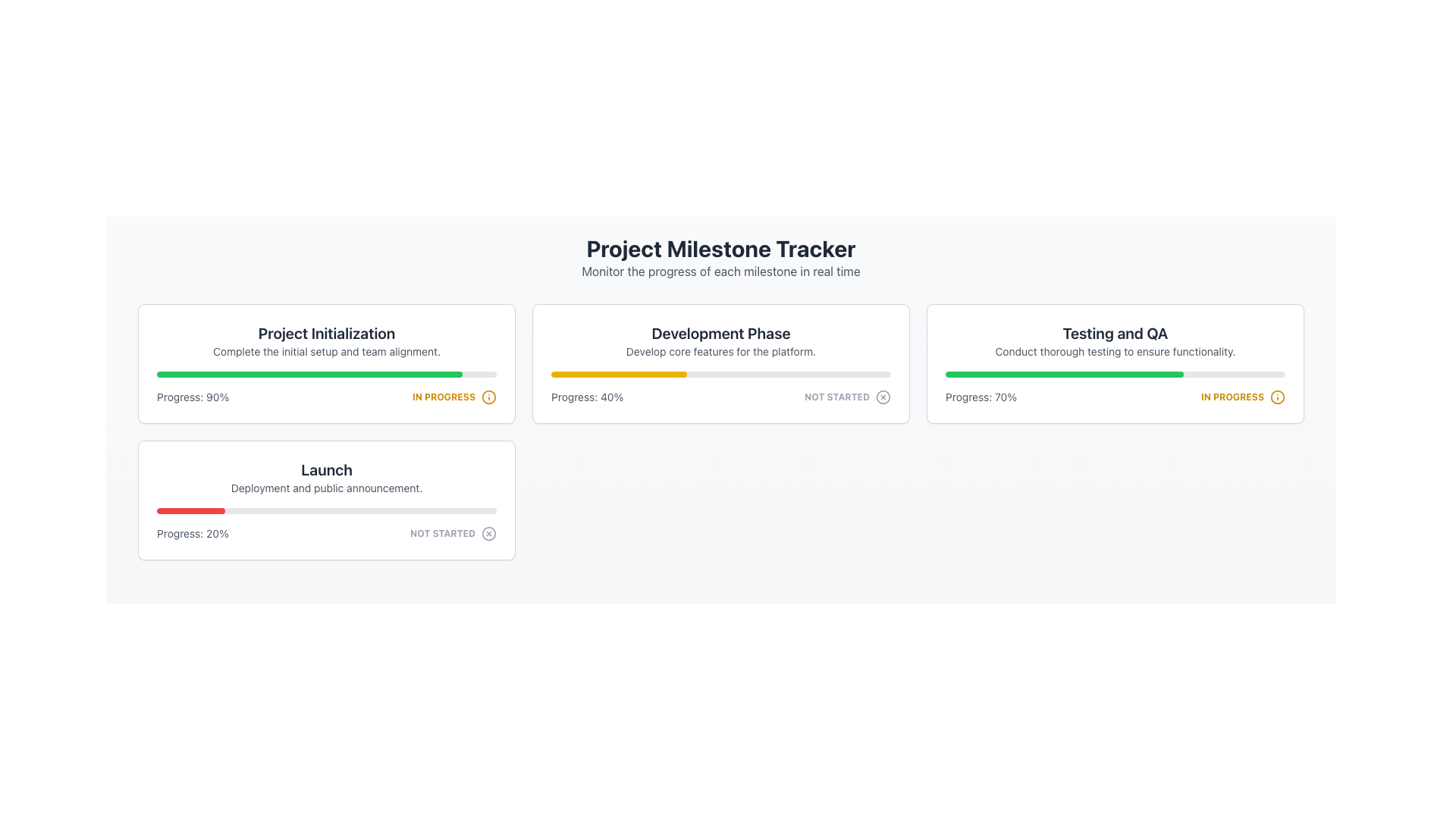  I want to click on text line 'Develop core features for the platform' which is styled in a small gray font, positioned below the heading 'Development Phase' in the center card of a grid layout, so click(720, 351).